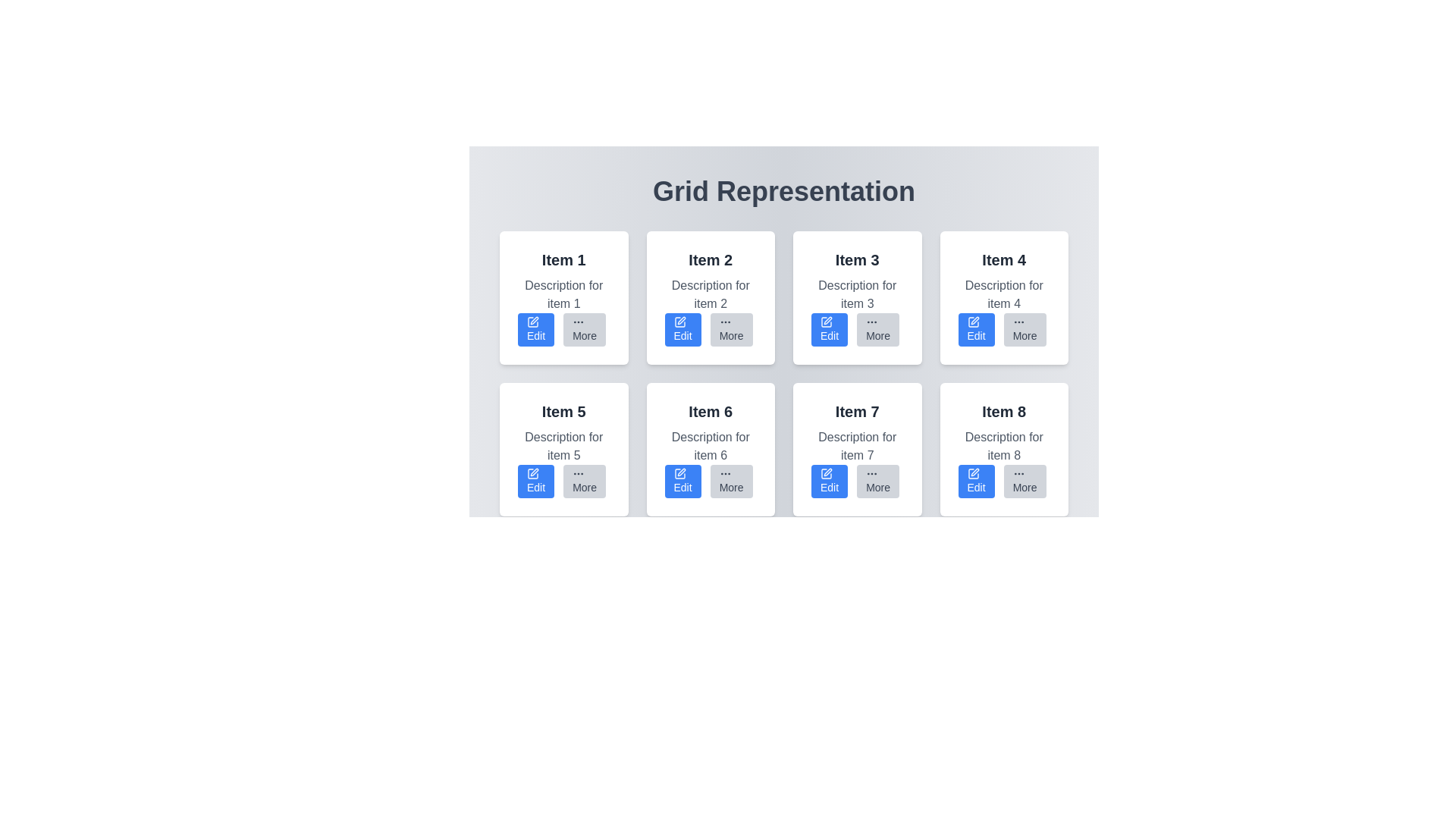 This screenshot has width=1456, height=819. I want to click on the text heading serving as the title for the second item in the grid layout, positioned above the description text and action buttons, so click(710, 259).